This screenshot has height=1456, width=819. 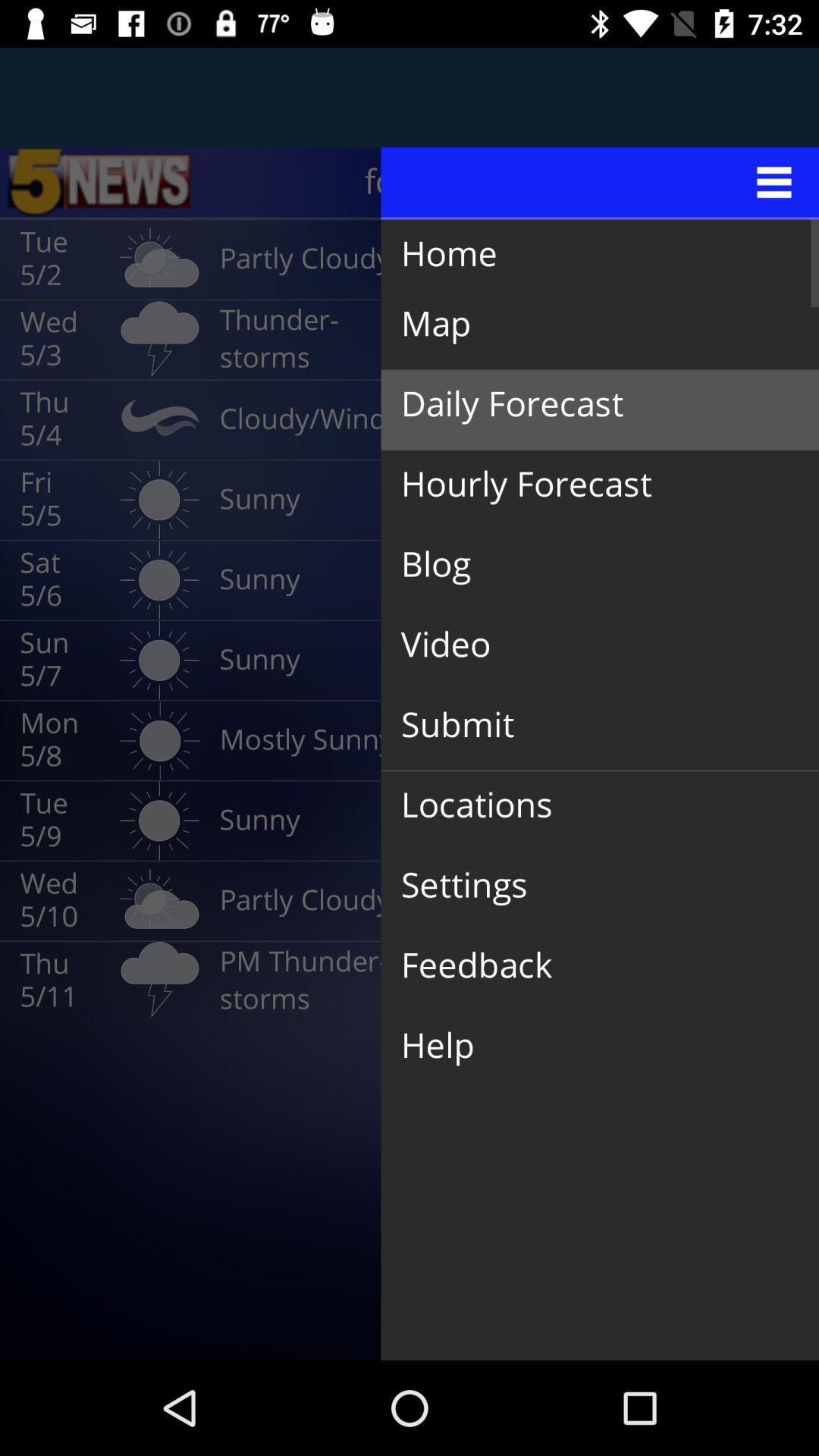 I want to click on the sun icon which is beside mon 58, so click(x=159, y=739).